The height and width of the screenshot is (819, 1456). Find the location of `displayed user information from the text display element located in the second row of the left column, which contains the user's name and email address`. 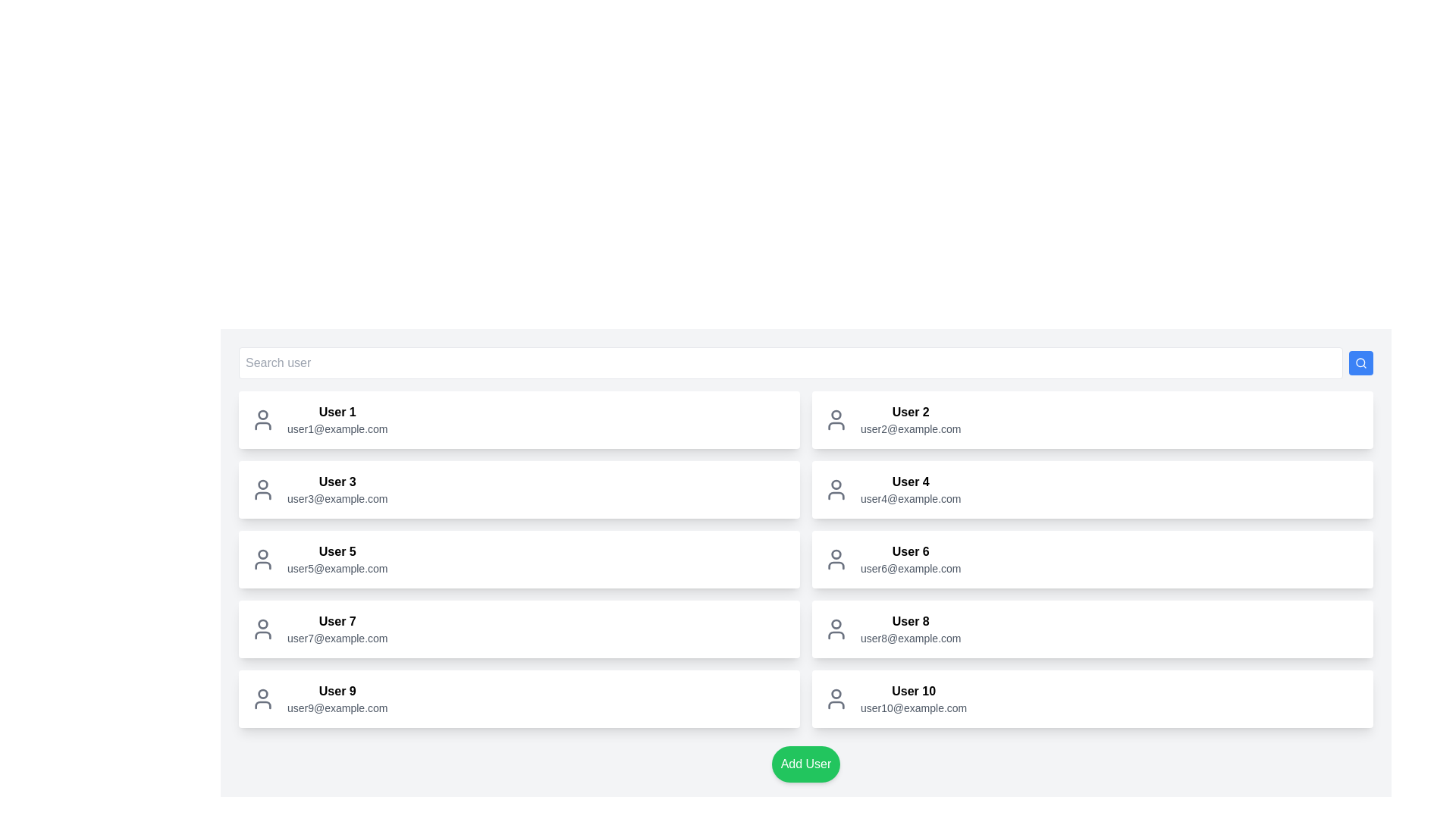

displayed user information from the text display element located in the second row of the left column, which contains the user's name and email address is located at coordinates (337, 489).